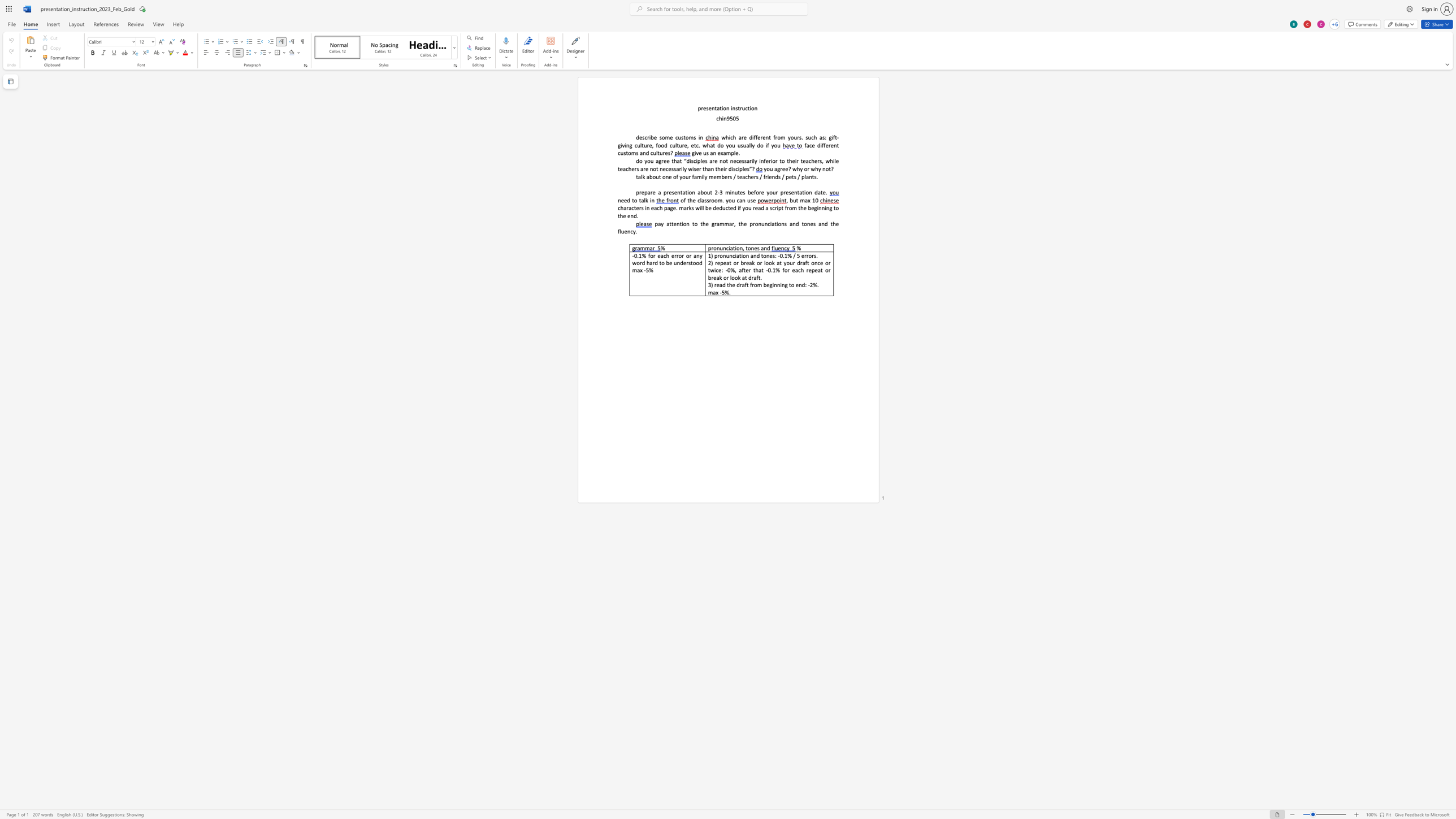 This screenshot has height=819, width=1456. What do you see at coordinates (710, 200) in the screenshot?
I see `the space between the continuous character "r" and "o" in the text` at bounding box center [710, 200].